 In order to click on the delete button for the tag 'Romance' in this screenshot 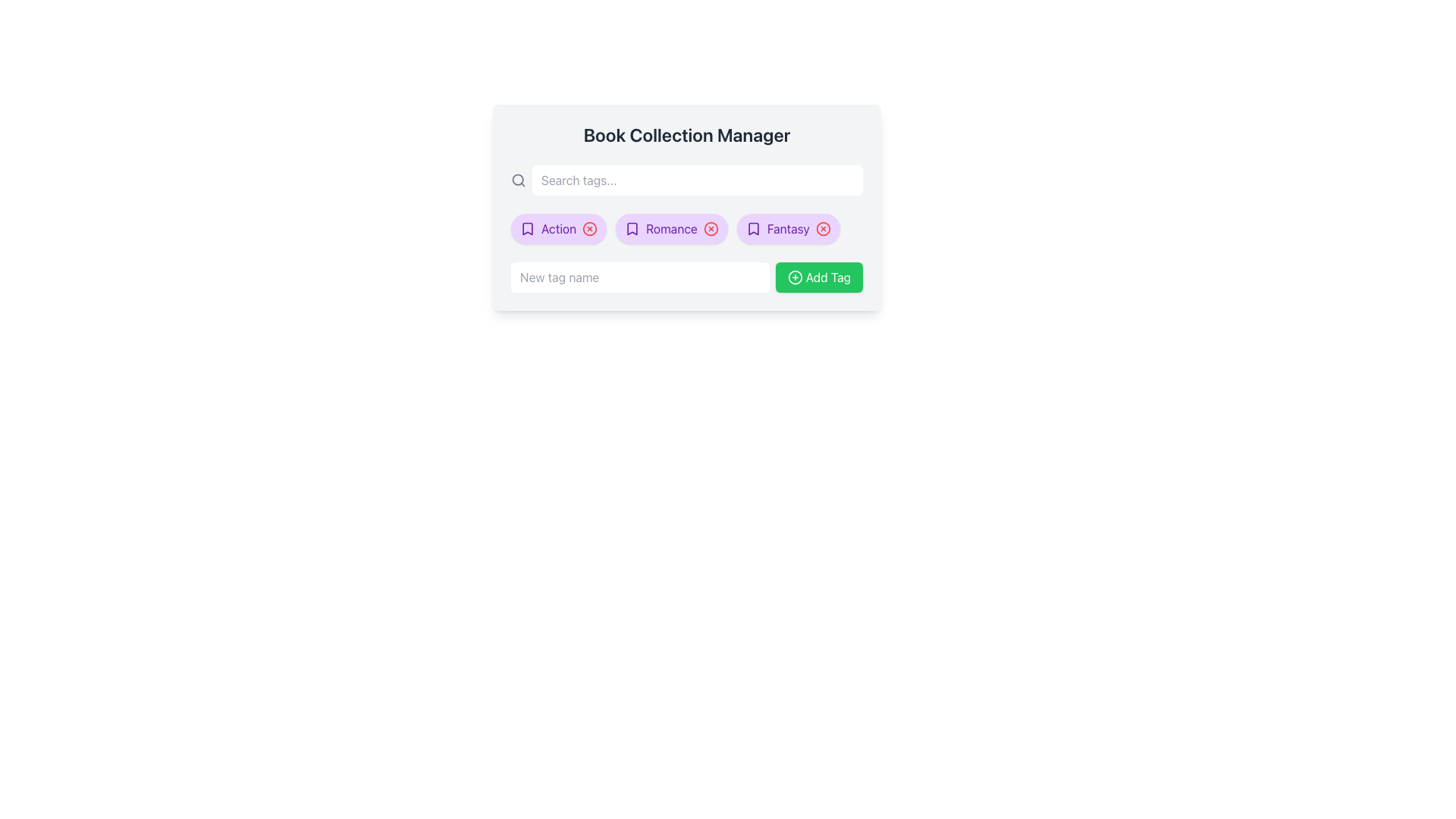, I will do `click(710, 228)`.